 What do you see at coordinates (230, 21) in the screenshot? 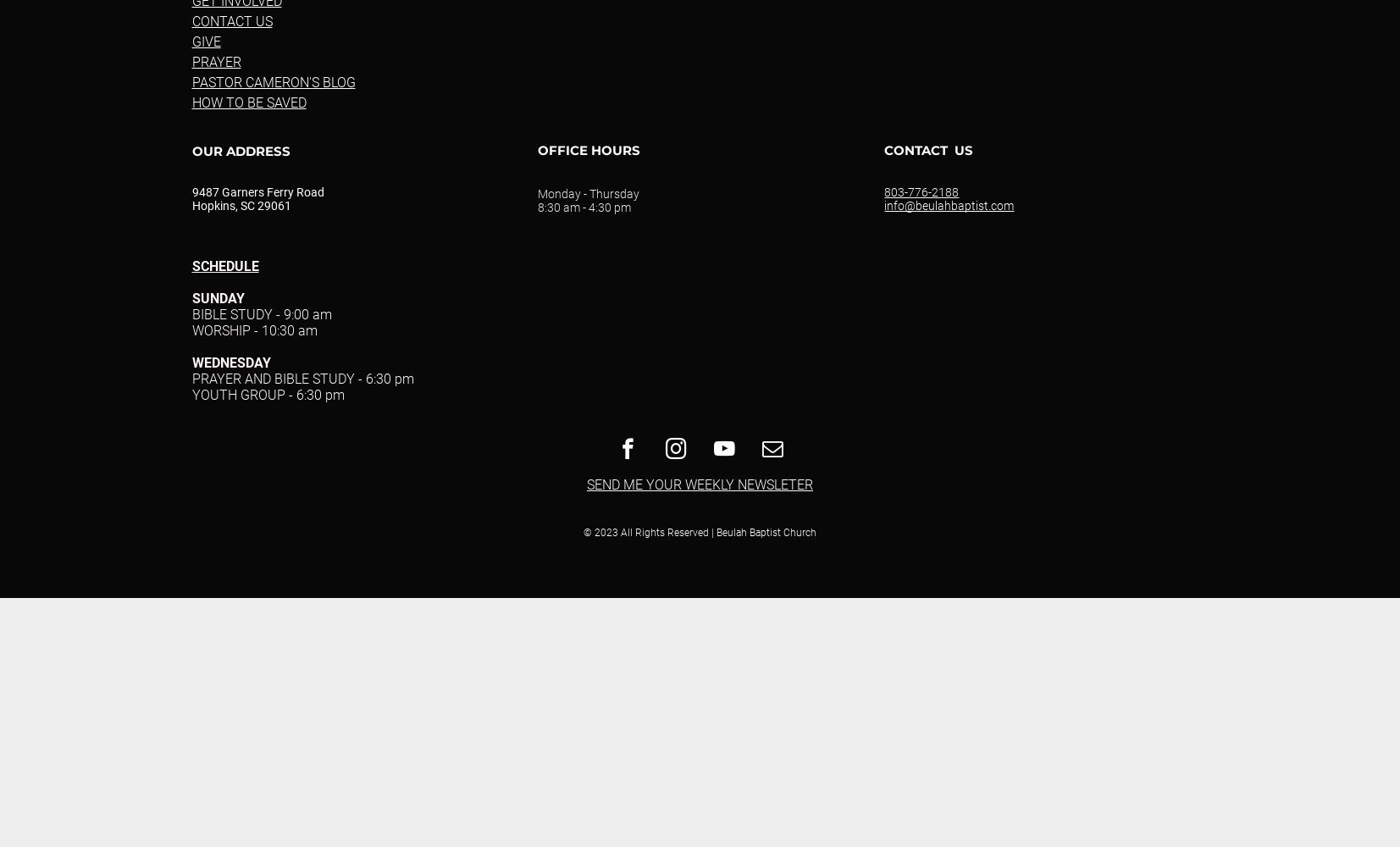
I see `'CONTACT US'` at bounding box center [230, 21].